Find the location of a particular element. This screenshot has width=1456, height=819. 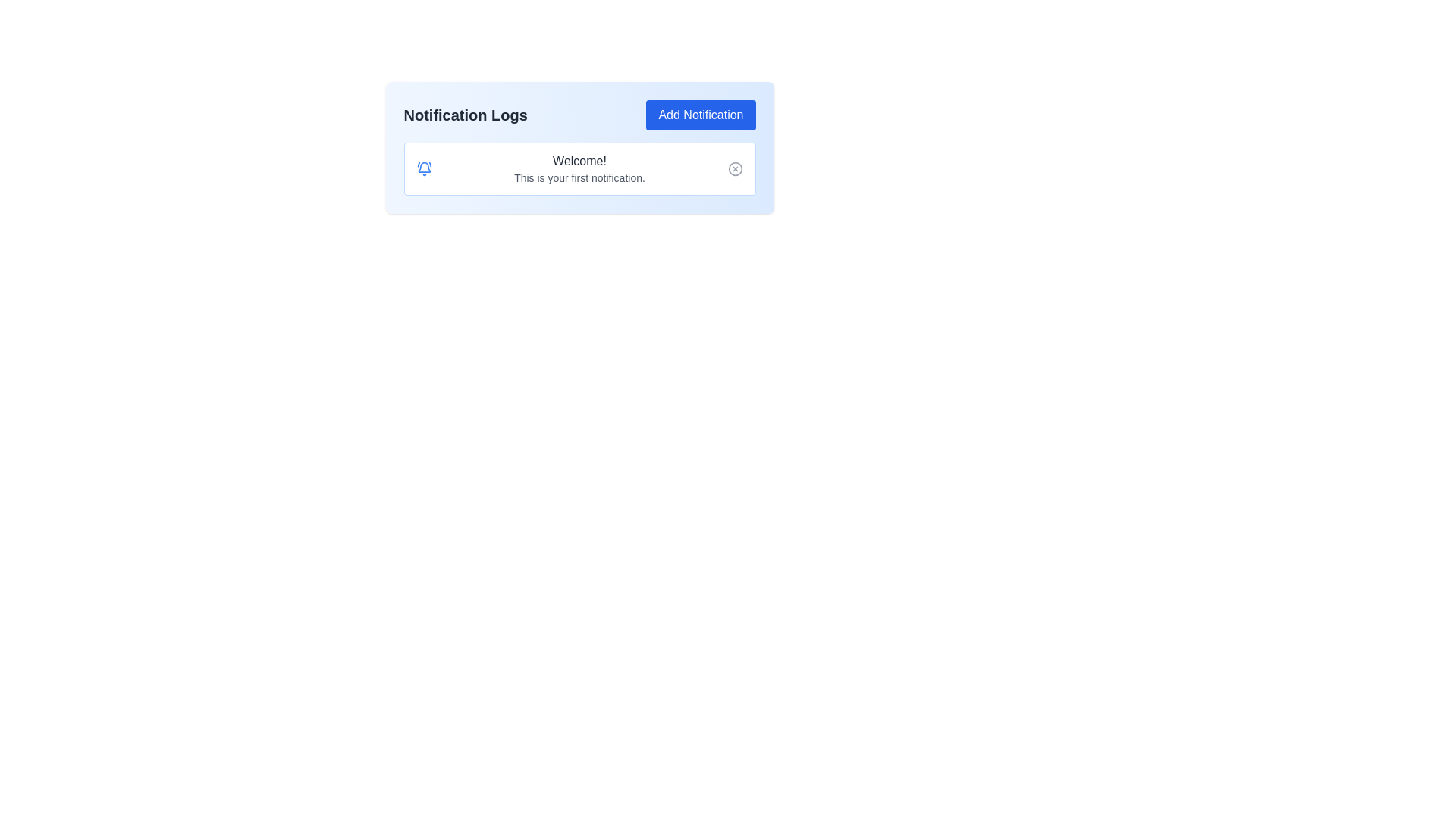

the bell icon located at the top-left corner of the notification box, which serves as a visual indicator for notifications is located at coordinates (424, 169).